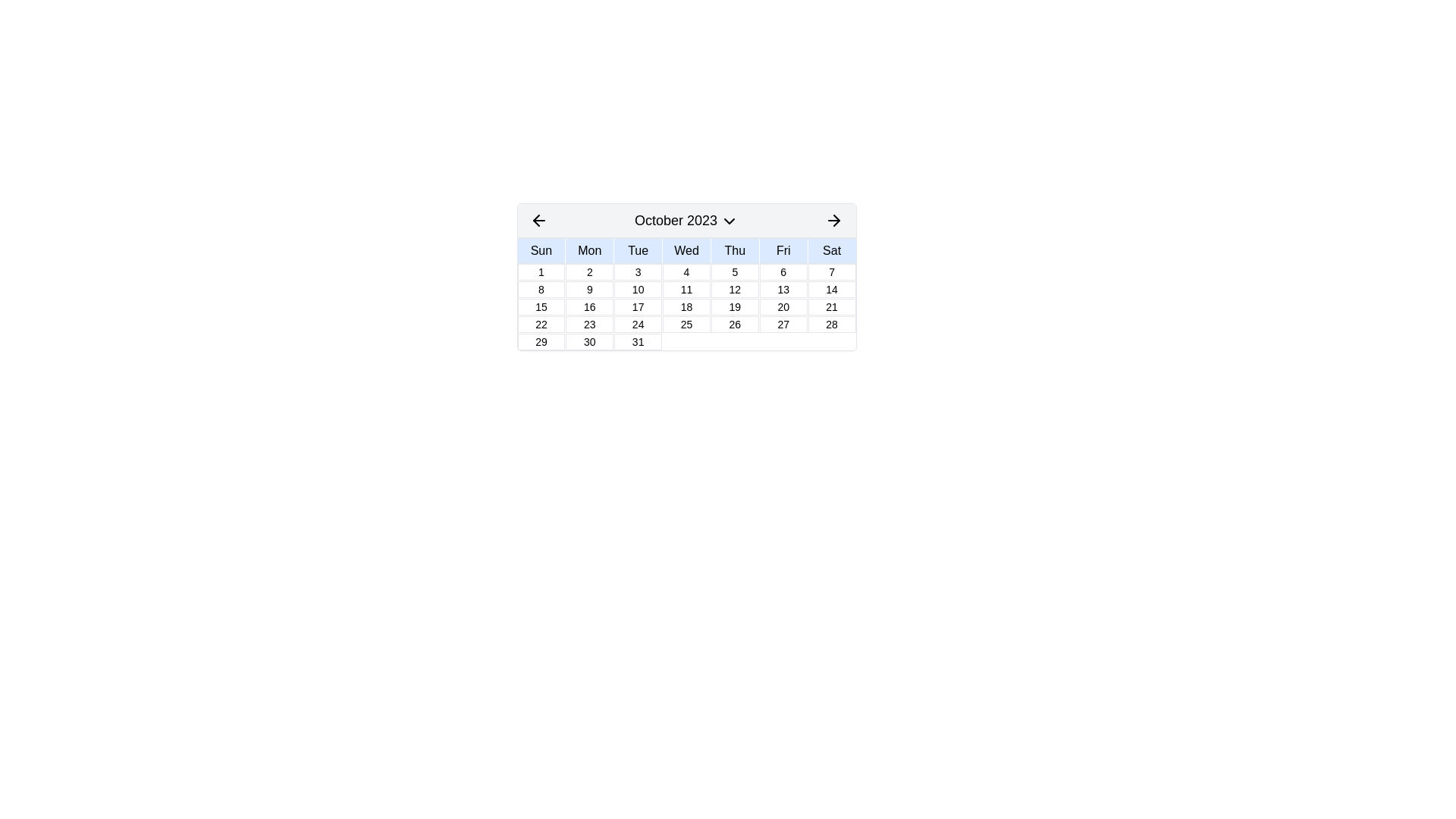 This screenshot has width=1456, height=819. Describe the element at coordinates (541, 324) in the screenshot. I see `the calendar day cell representing the date '22'` at that location.